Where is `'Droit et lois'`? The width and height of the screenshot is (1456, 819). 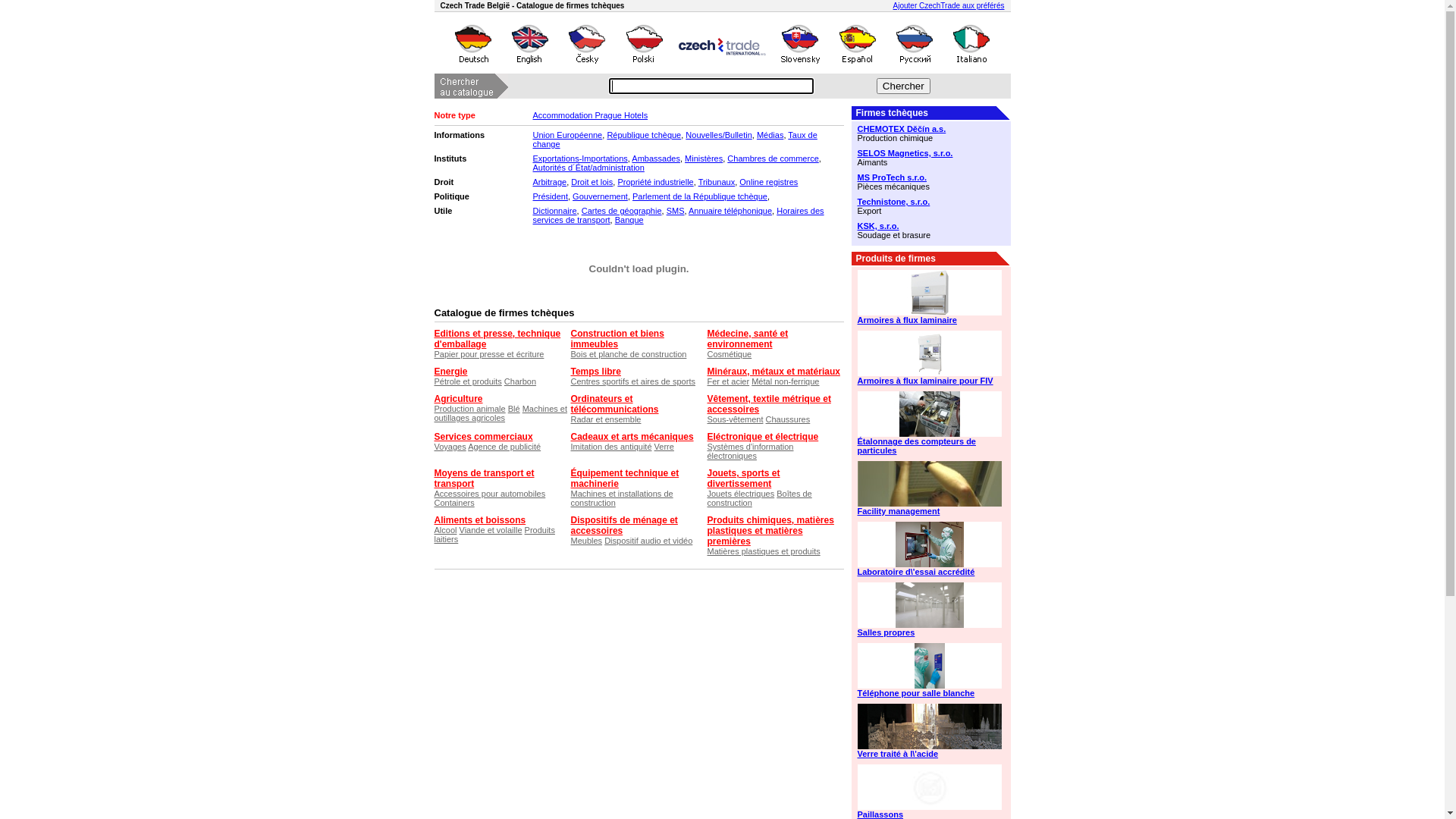
'Droit et lois' is located at coordinates (591, 180).